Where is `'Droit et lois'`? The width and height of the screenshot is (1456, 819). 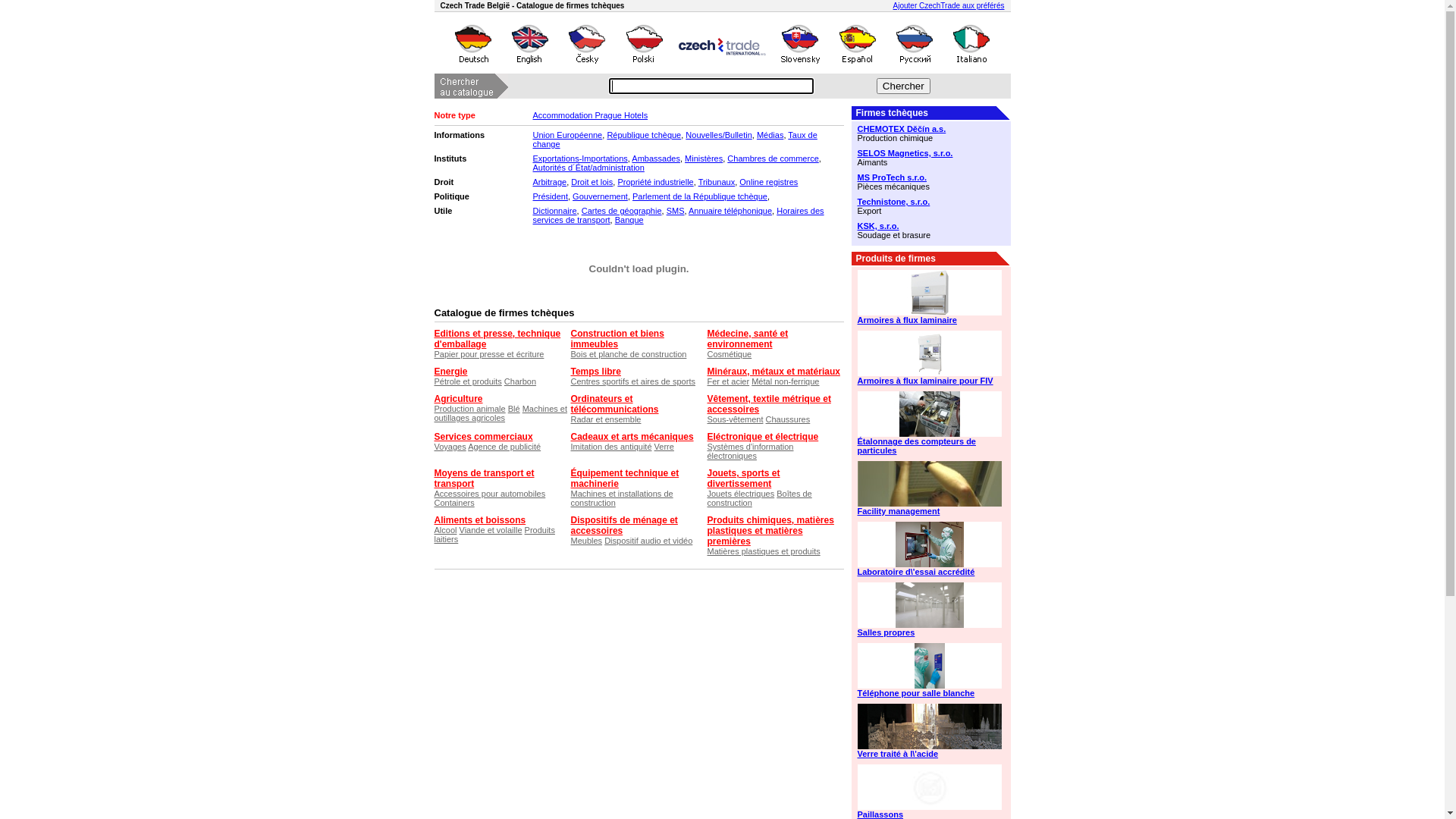
'Droit et lois' is located at coordinates (591, 180).